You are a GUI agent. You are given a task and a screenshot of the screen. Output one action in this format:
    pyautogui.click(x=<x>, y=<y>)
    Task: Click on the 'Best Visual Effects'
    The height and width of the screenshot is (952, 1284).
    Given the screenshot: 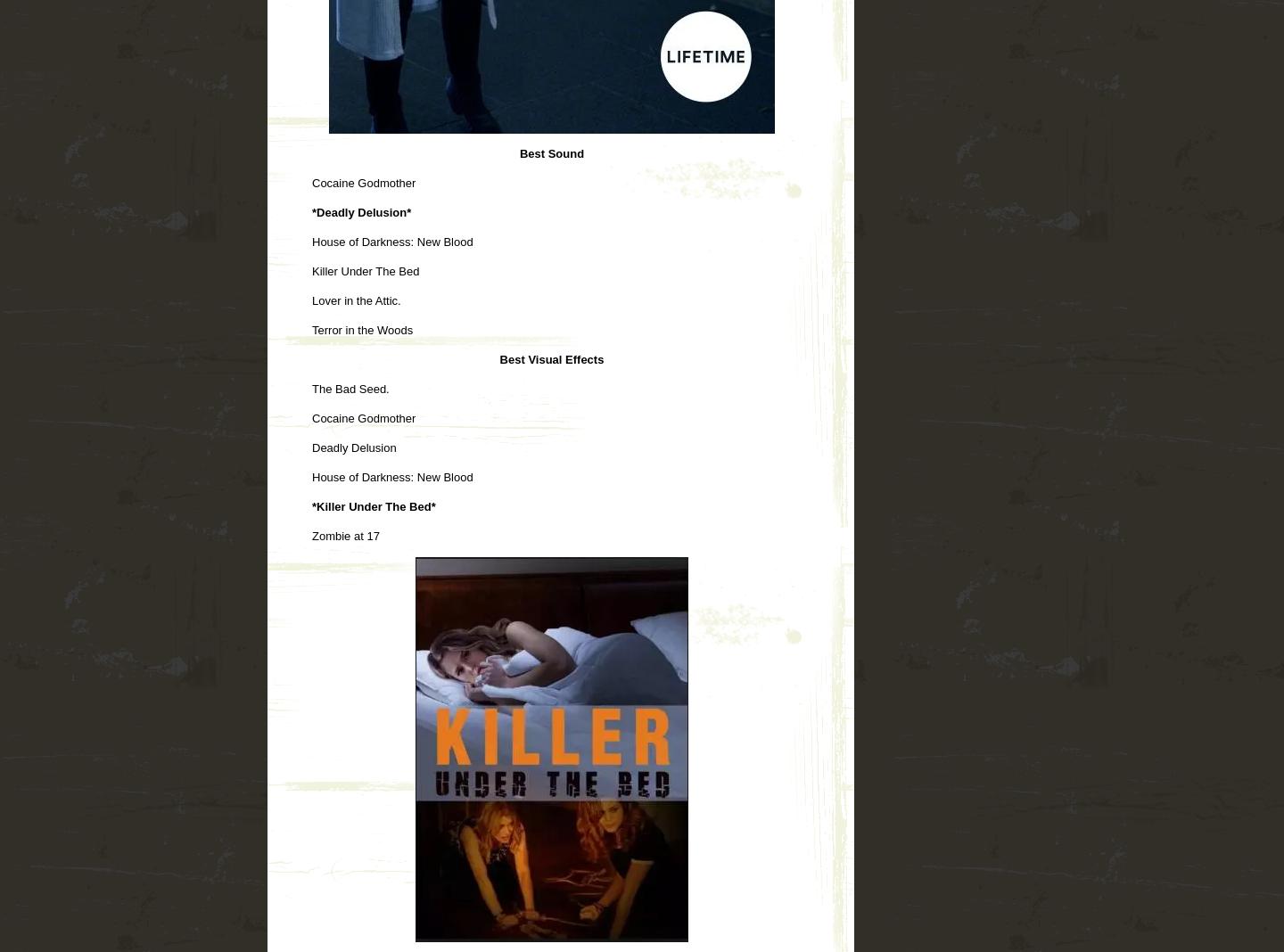 What is the action you would take?
    pyautogui.click(x=550, y=358)
    